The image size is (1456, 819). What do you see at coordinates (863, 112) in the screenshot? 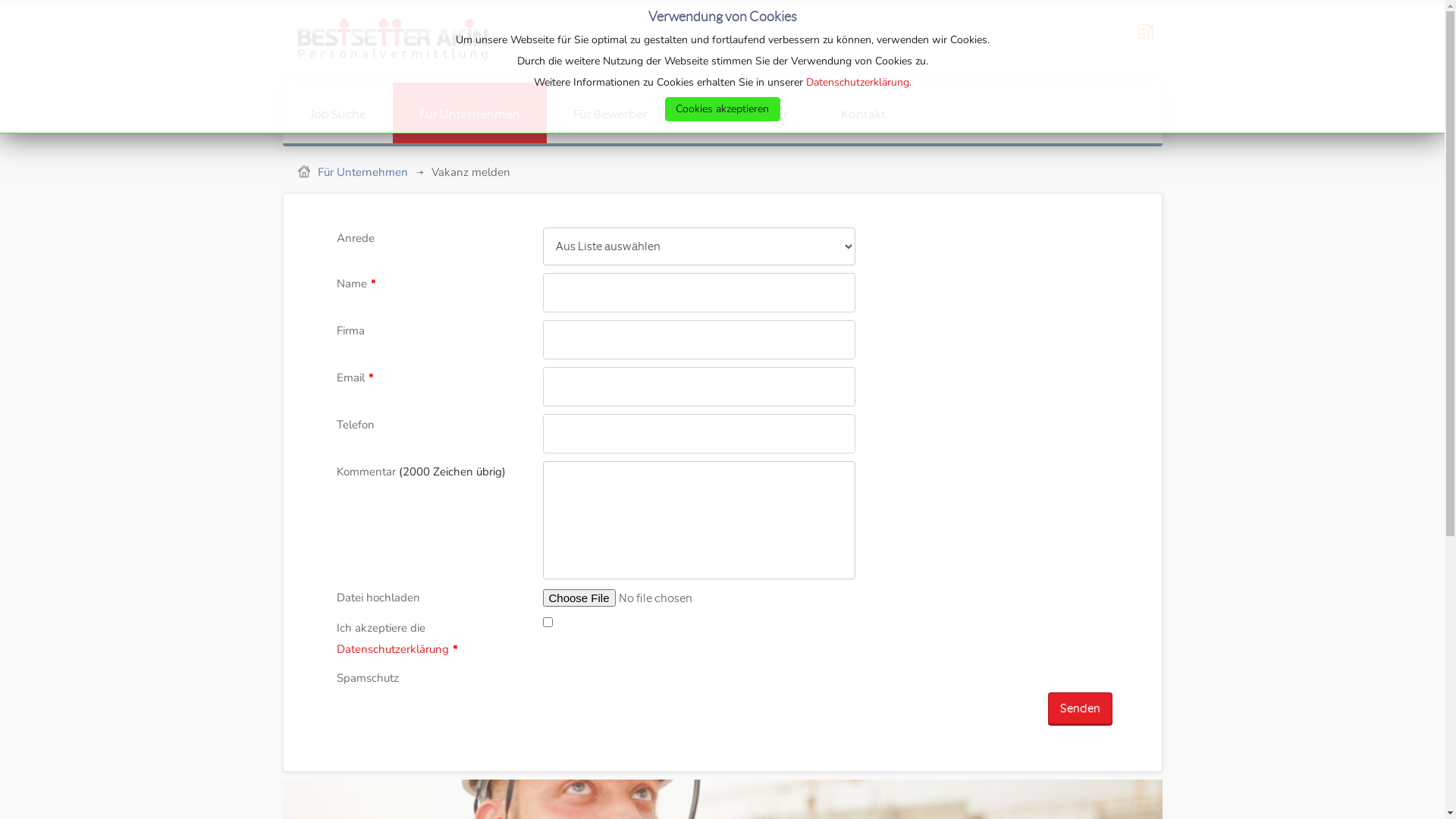
I see `'Kontakt'` at bounding box center [863, 112].